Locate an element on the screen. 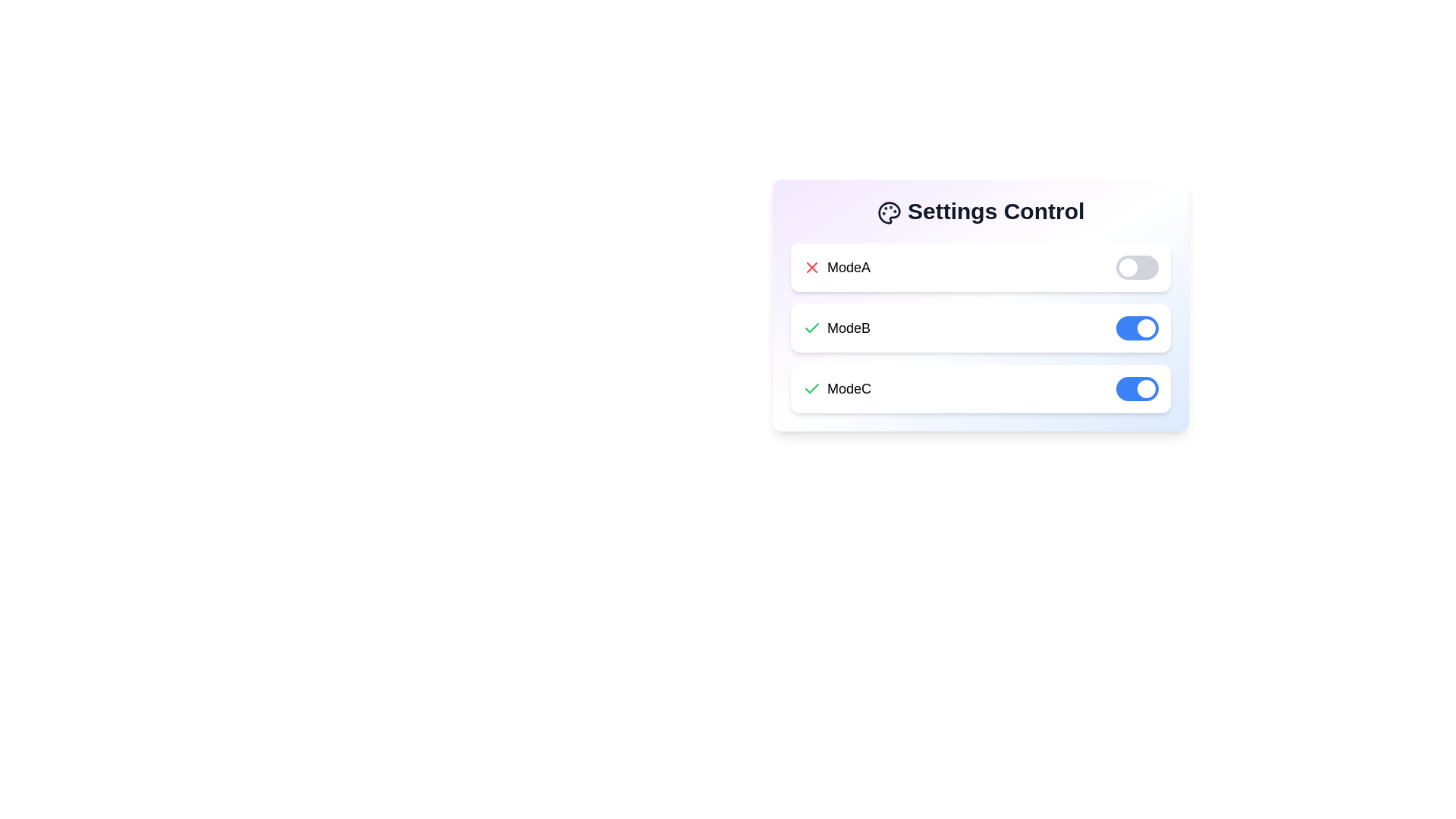 The width and height of the screenshot is (1456, 819). the 'ModeA' text label in the settings section that identifies the mode, positioned in the uppermost row under 'Settings Control' is located at coordinates (836, 267).